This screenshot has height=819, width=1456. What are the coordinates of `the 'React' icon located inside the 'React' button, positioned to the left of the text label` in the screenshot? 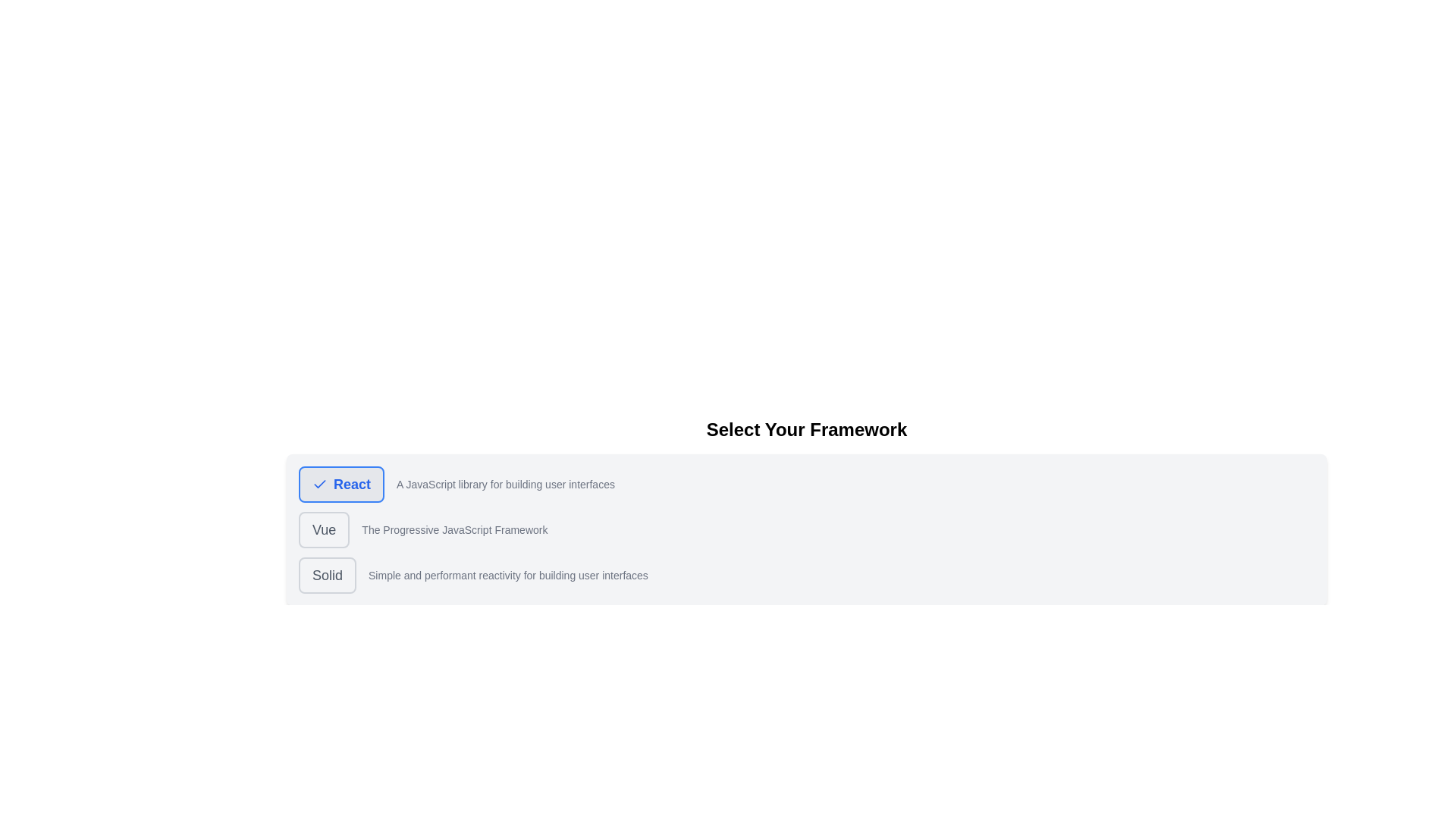 It's located at (319, 485).